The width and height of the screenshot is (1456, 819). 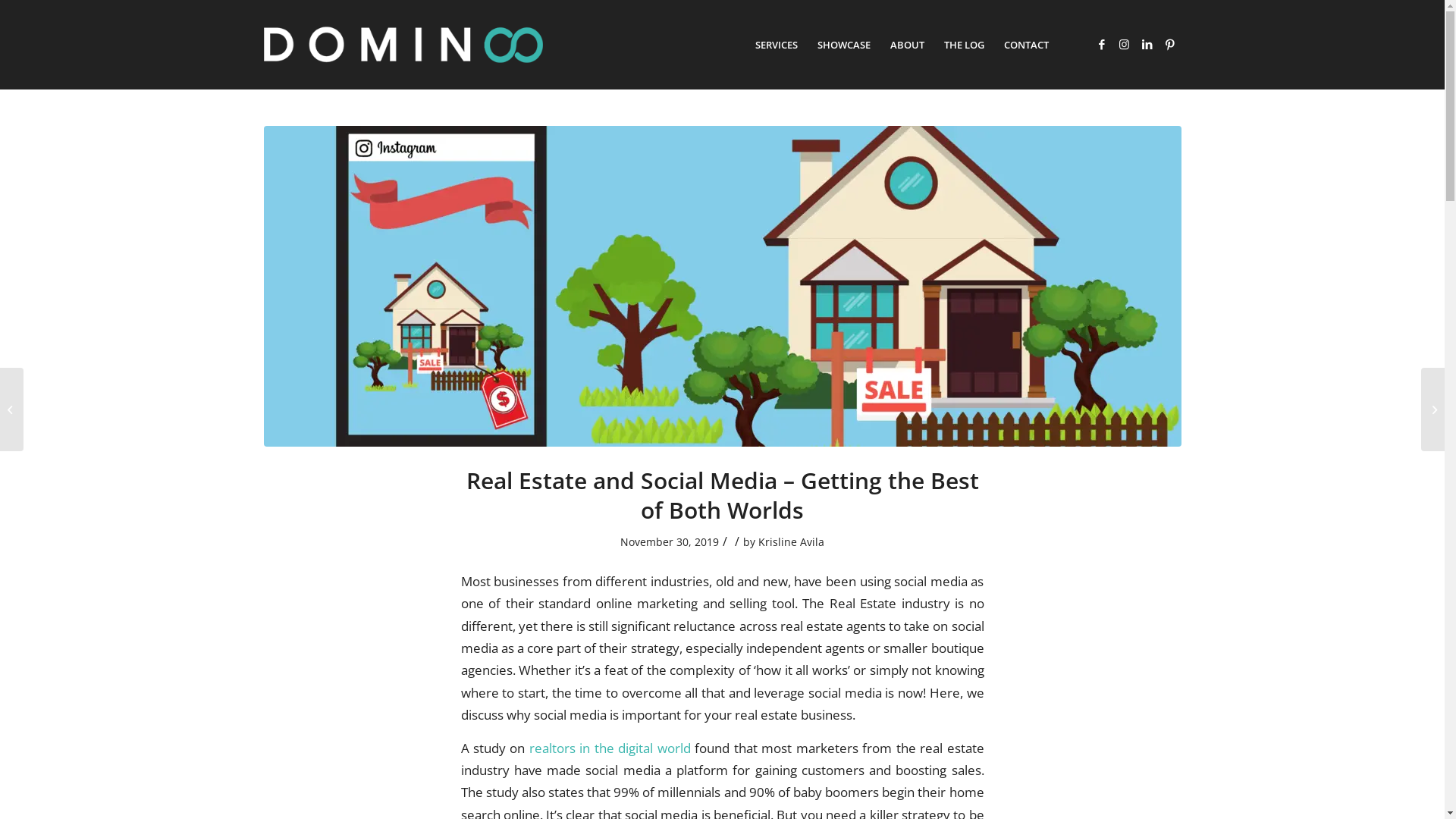 What do you see at coordinates (1125, 42) in the screenshot?
I see `'Instagram'` at bounding box center [1125, 42].